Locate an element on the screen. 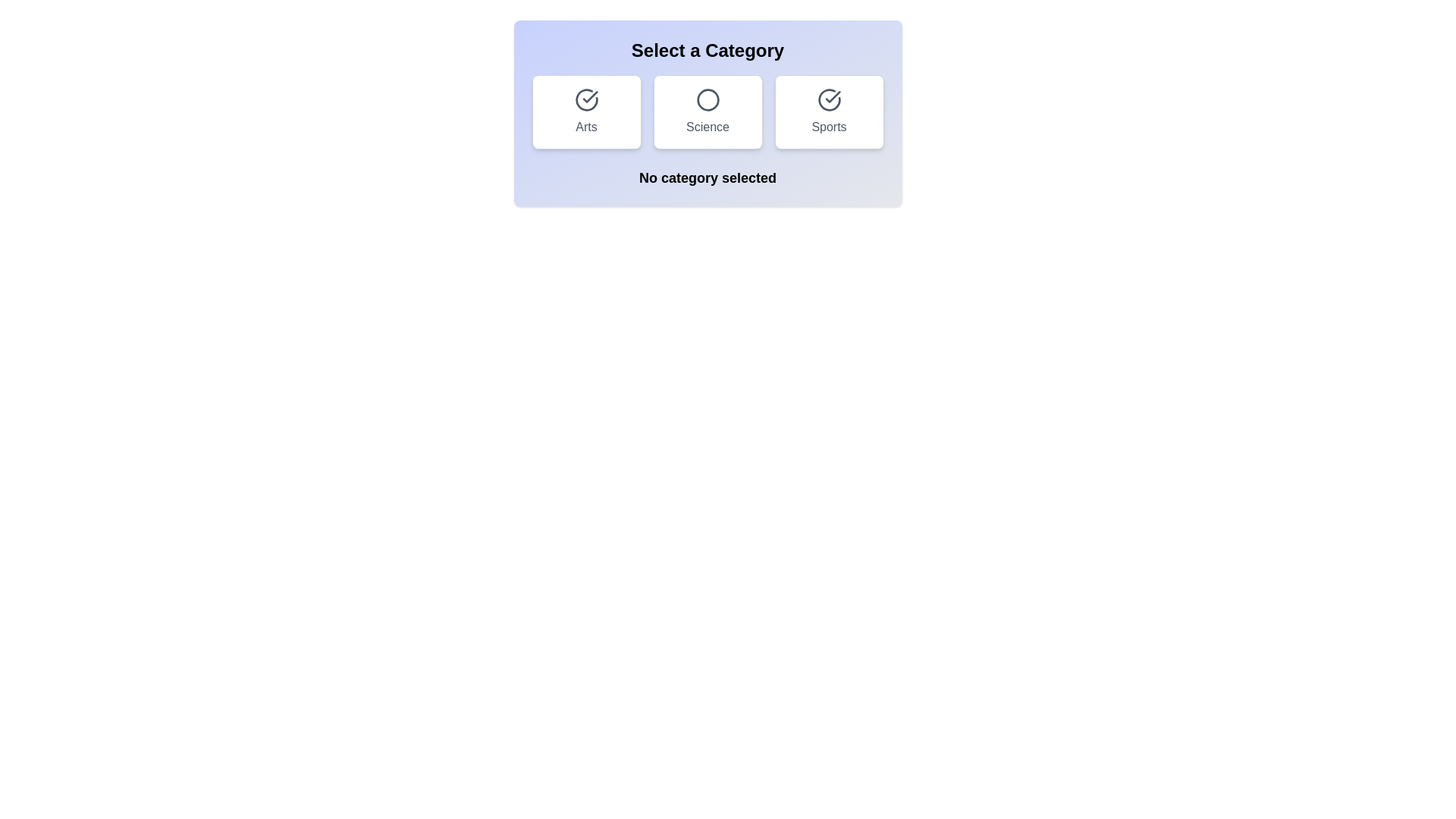  the 'Sports' category button, which is the third item in a grid layout of three columns, positioned to the right of the 'Science' and 'Arts' buttons is located at coordinates (828, 111).